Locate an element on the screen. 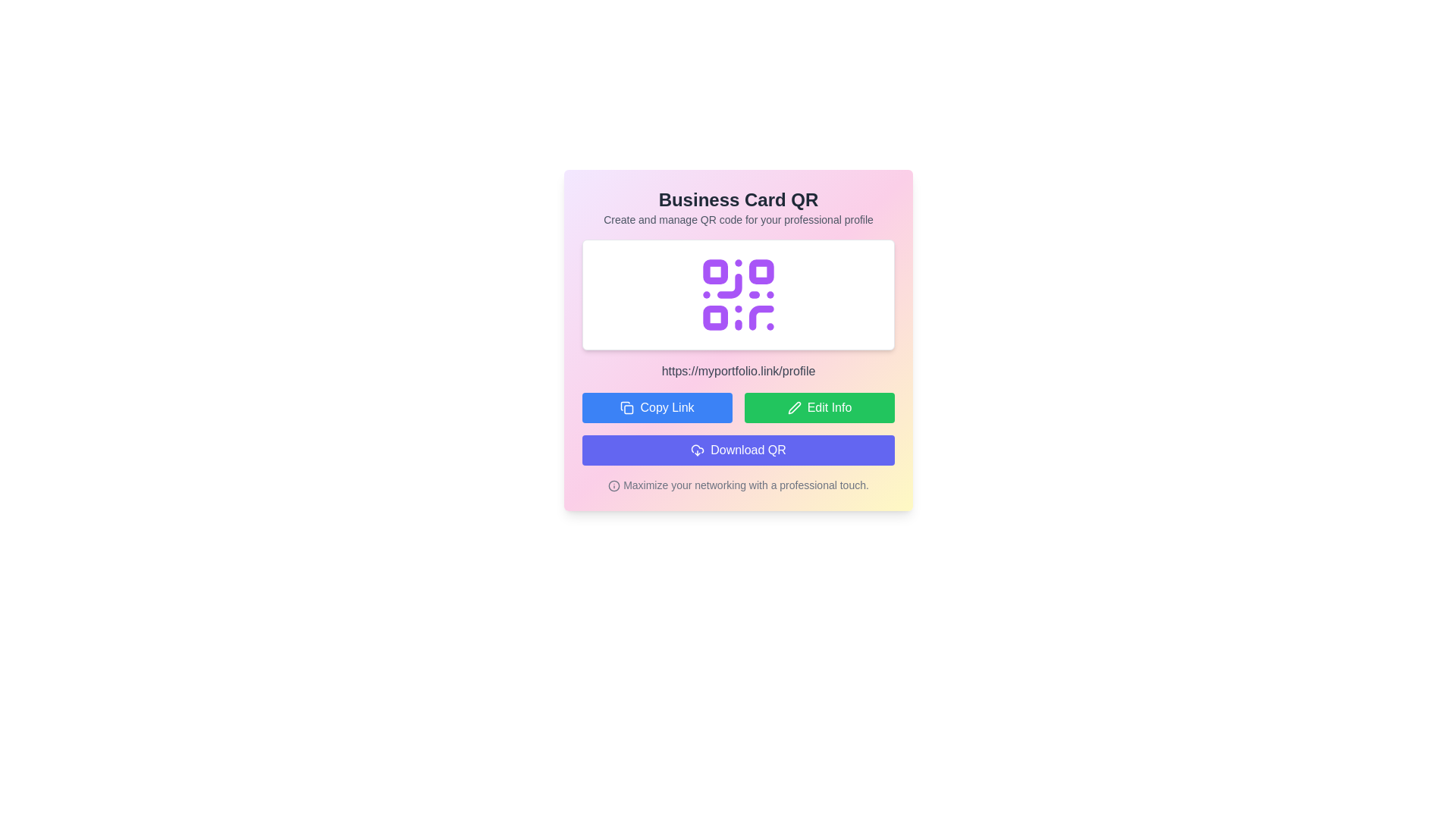 The image size is (1456, 819). the editing icon located on the left-most side of the 'Edit Info' button, which is centrally positioned in the lower section of the card interface is located at coordinates (793, 406).